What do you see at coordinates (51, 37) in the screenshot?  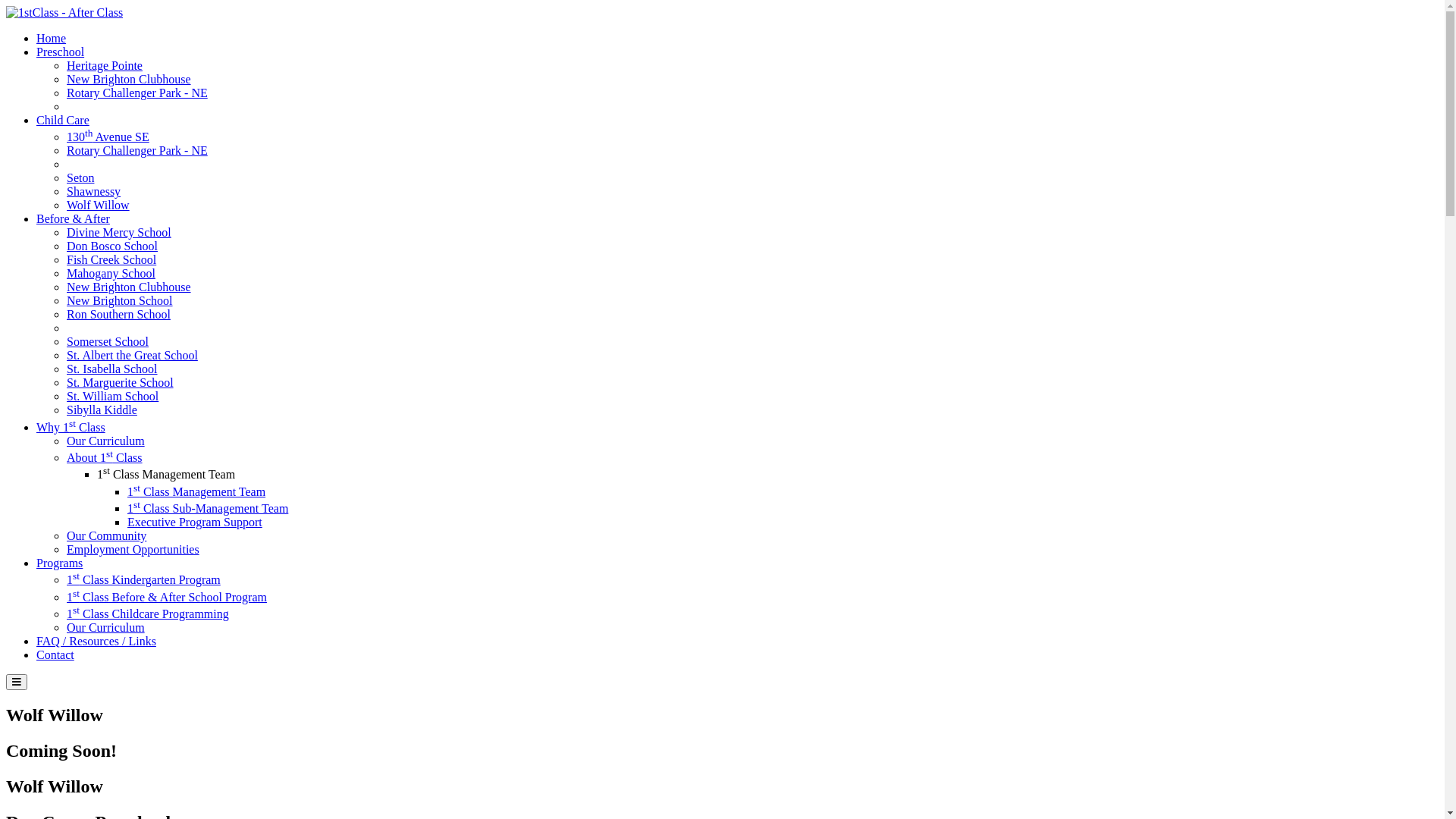 I see `'Home'` at bounding box center [51, 37].